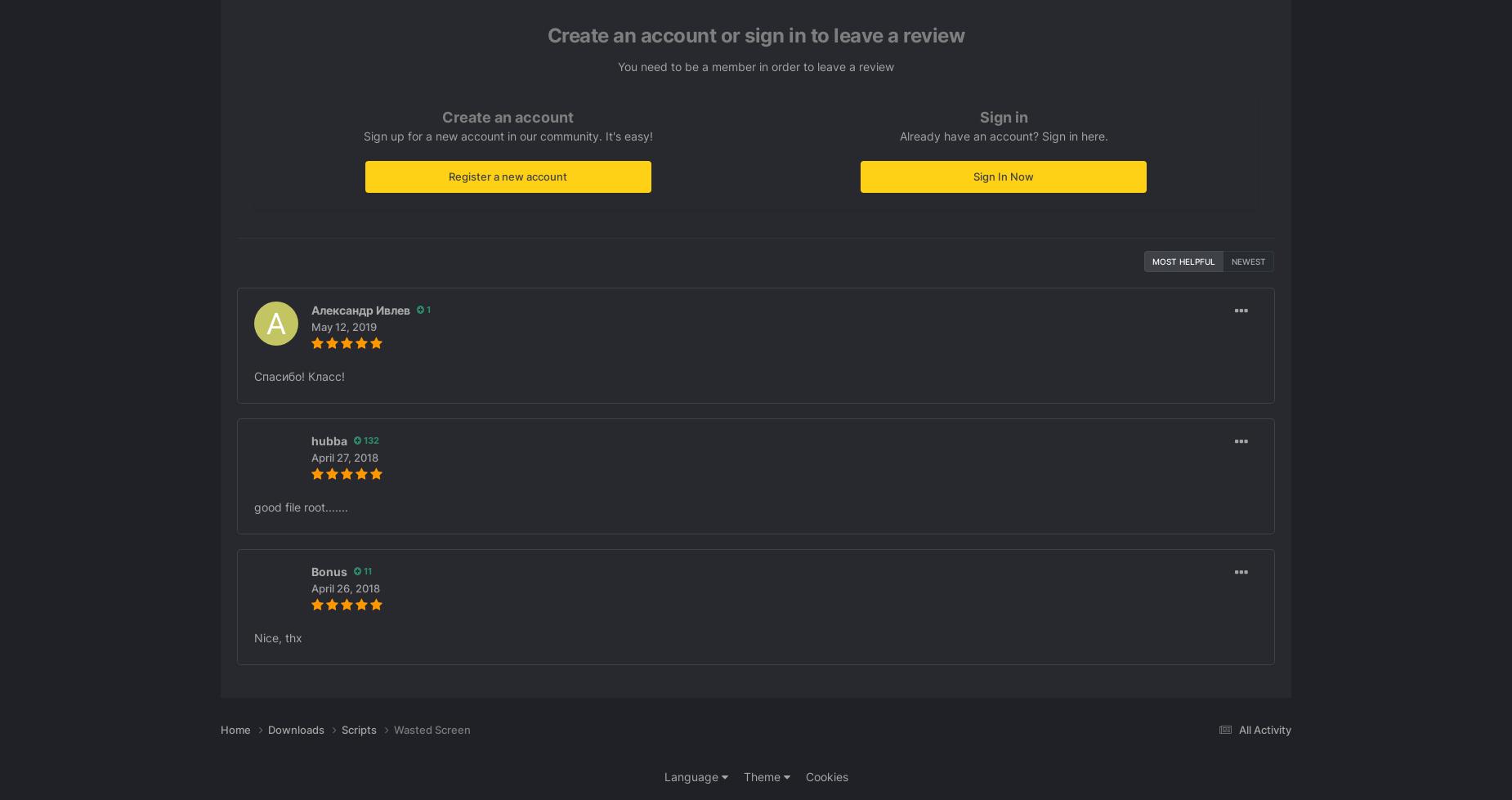  What do you see at coordinates (762, 775) in the screenshot?
I see `'Theme'` at bounding box center [762, 775].